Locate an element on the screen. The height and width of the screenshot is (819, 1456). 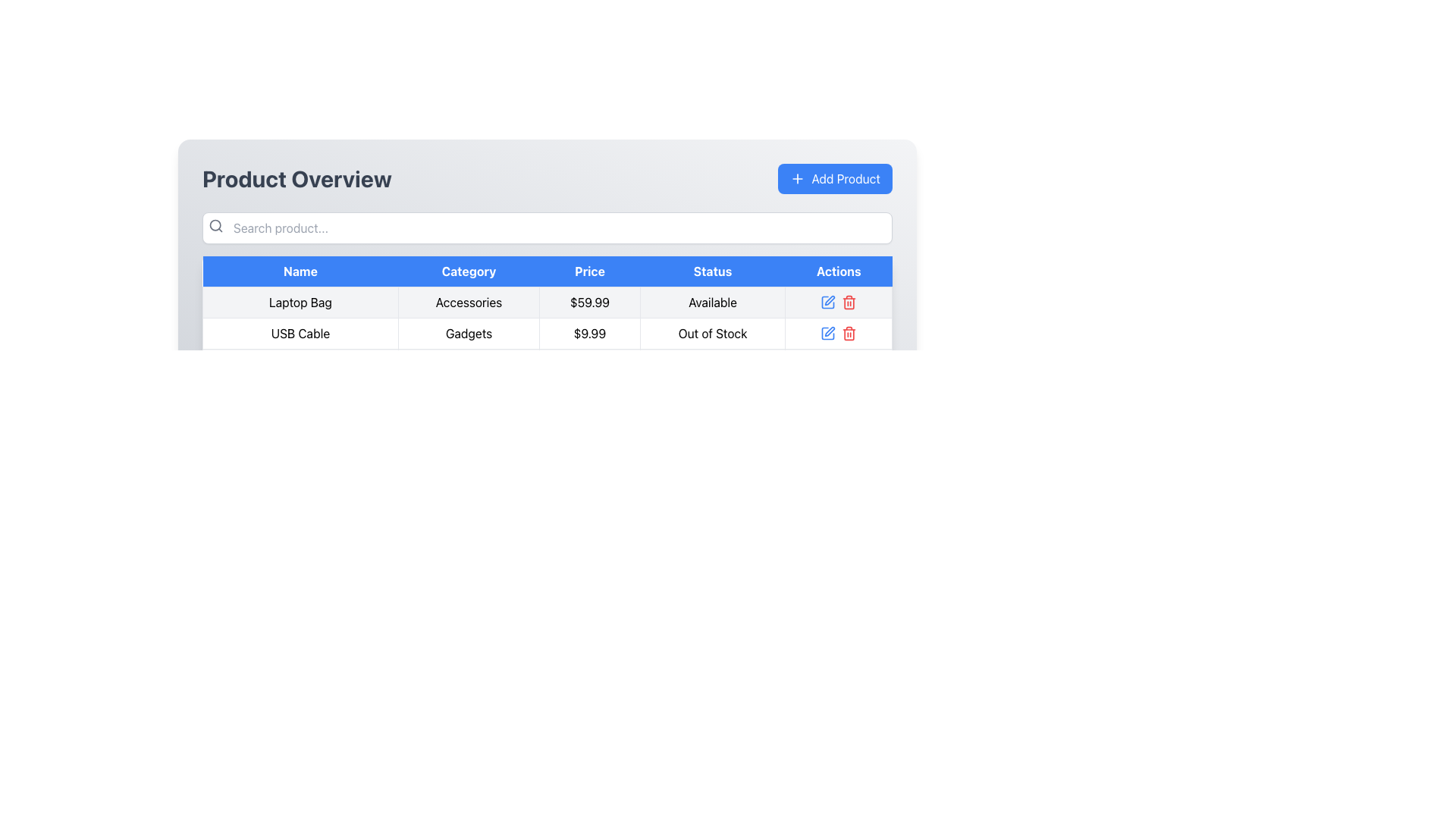
information displayed in the 'Laptop Bag' text label located in the 'Name' column of the table row is located at coordinates (300, 302).